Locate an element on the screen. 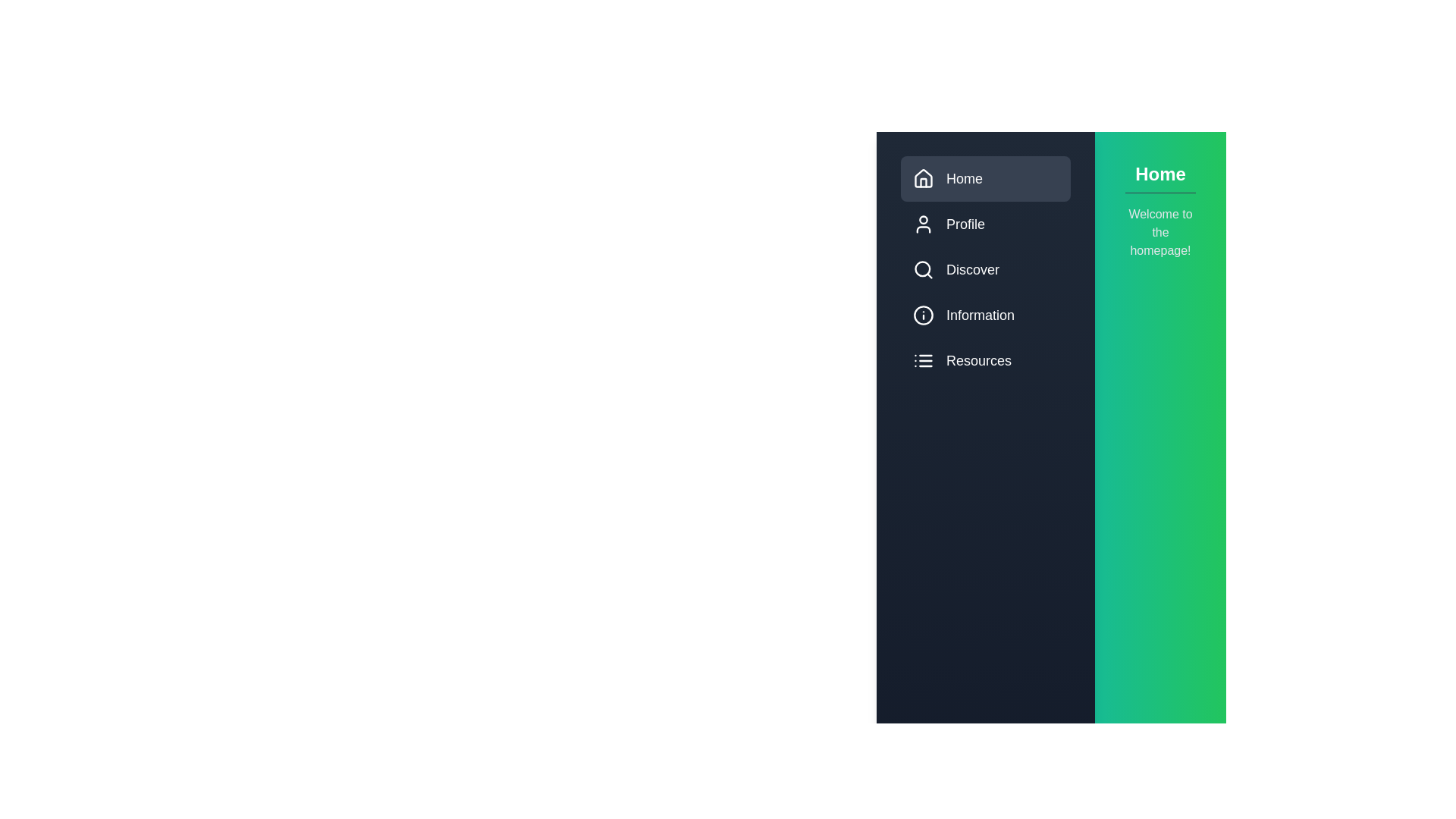 The image size is (1456, 819). the menu item labeled Discover to switch the active content is located at coordinates (986, 268).